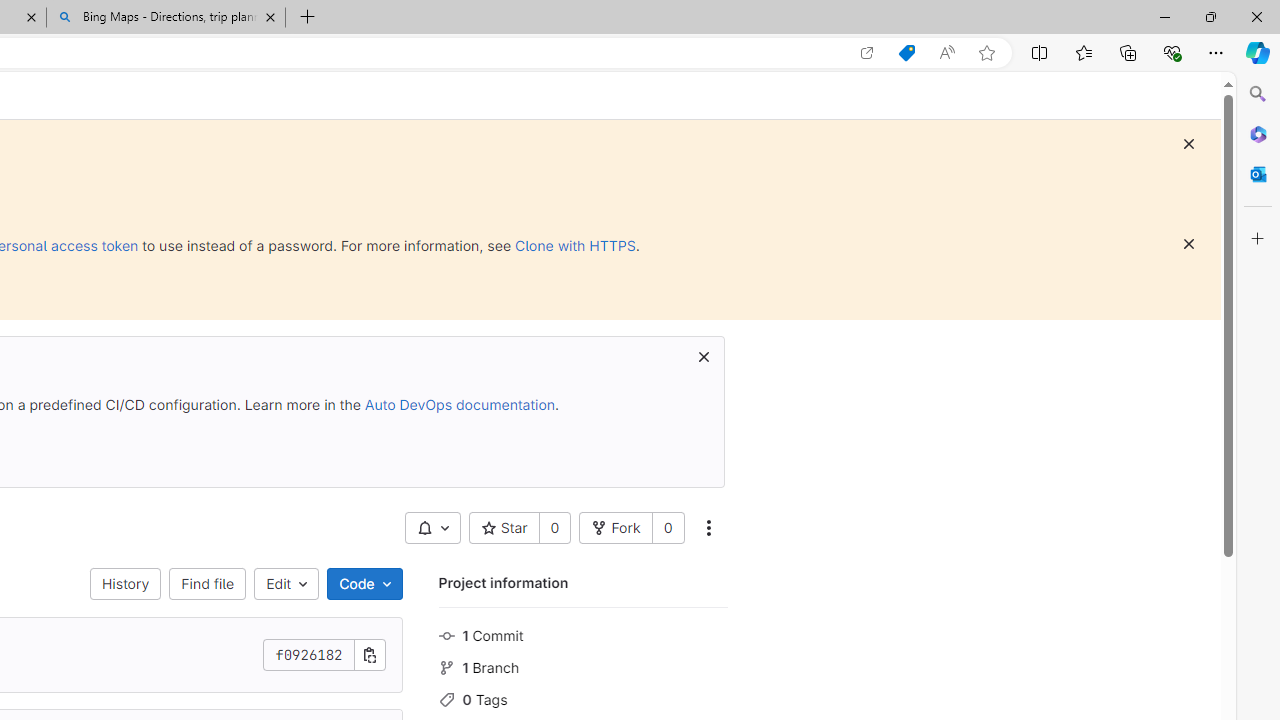 The width and height of the screenshot is (1280, 720). I want to click on 'Class: s16 icon gl-mr-3 gl-text-gray-500', so click(445, 698).